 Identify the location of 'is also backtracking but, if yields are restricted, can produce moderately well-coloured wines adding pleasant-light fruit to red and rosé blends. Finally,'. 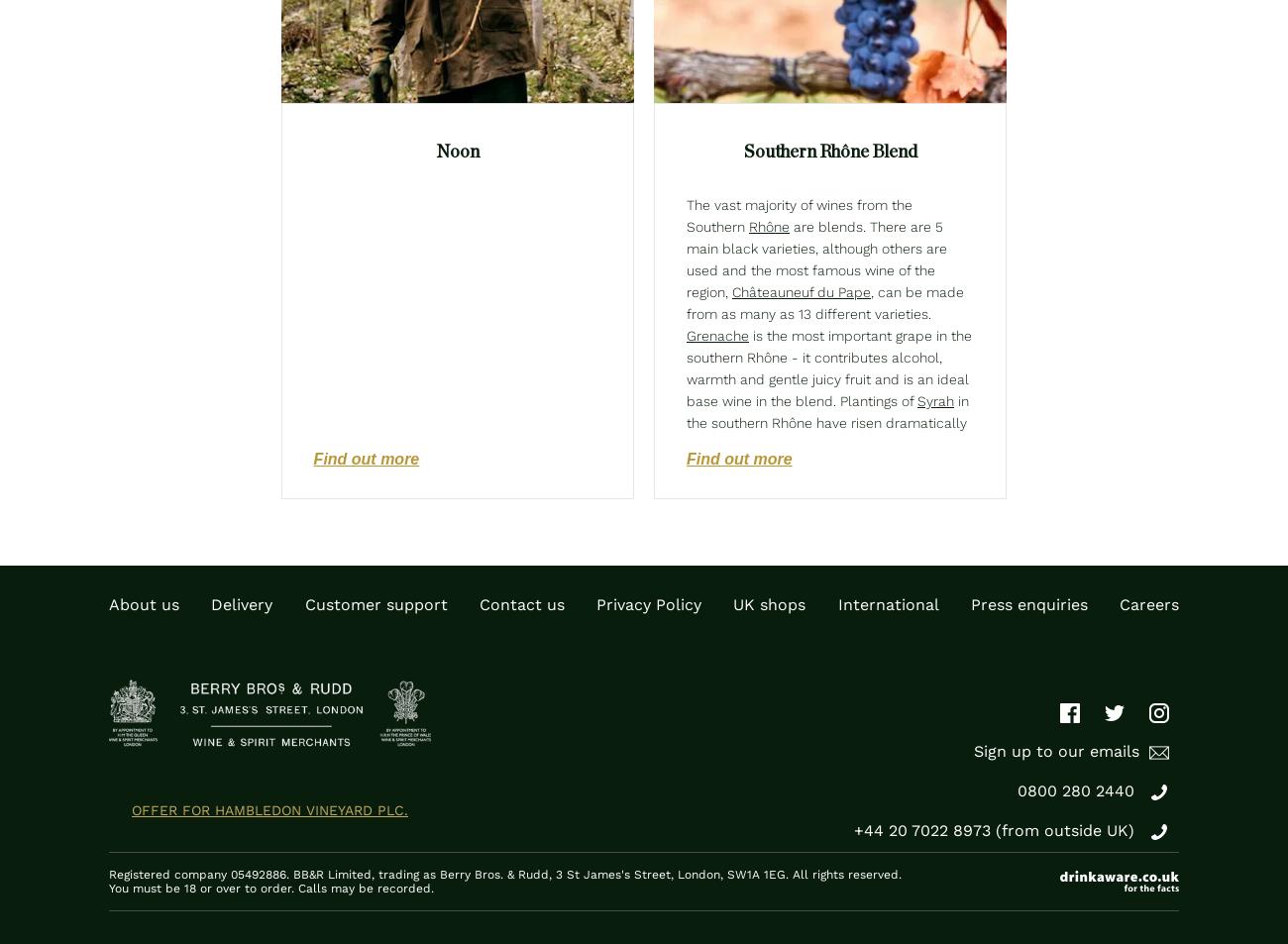
(829, 673).